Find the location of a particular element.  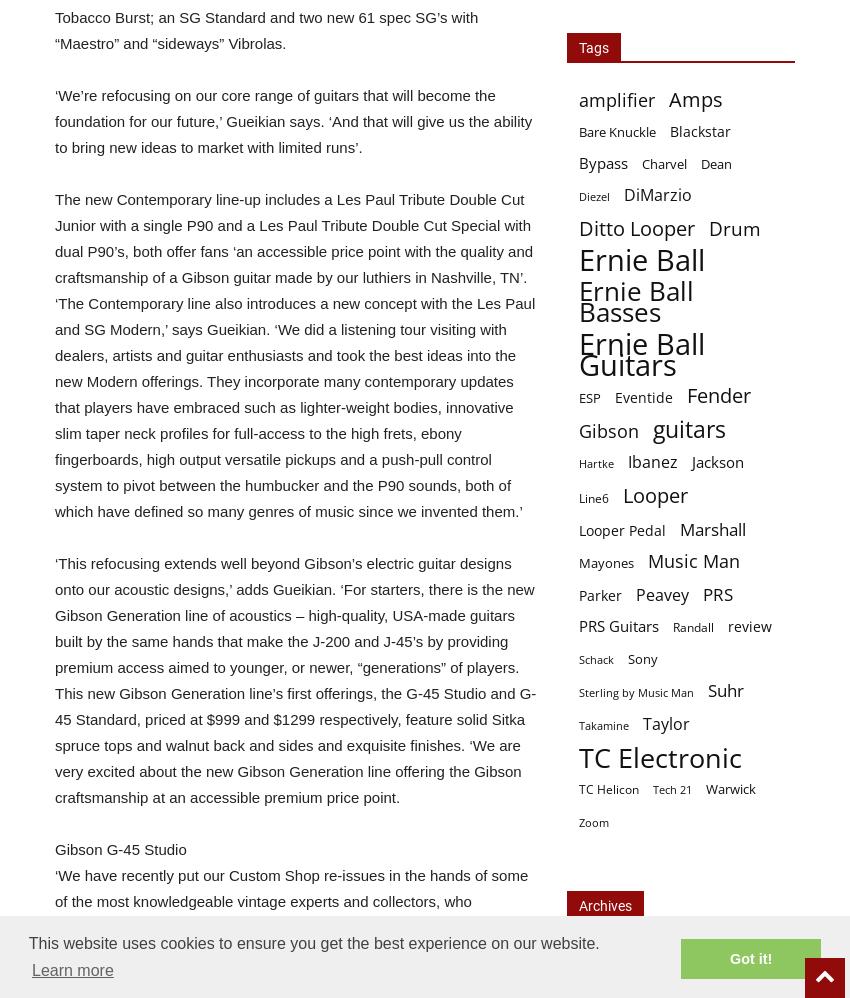

'Taylor' is located at coordinates (666, 724).